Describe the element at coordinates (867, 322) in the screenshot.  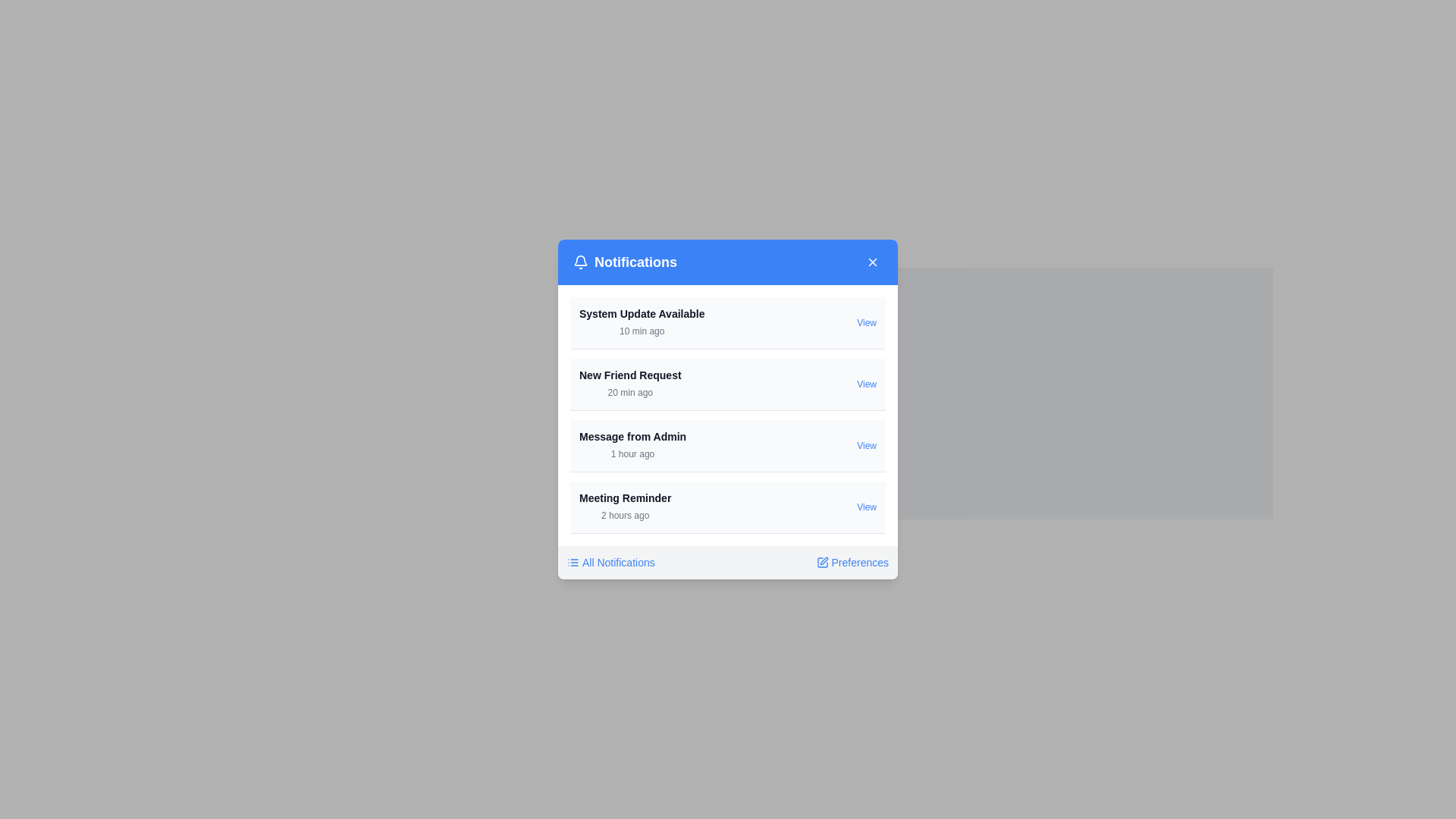
I see `the small blue text link displaying 'View' which is located to the right of the timestamp '10 min ago' in the notification list` at that location.